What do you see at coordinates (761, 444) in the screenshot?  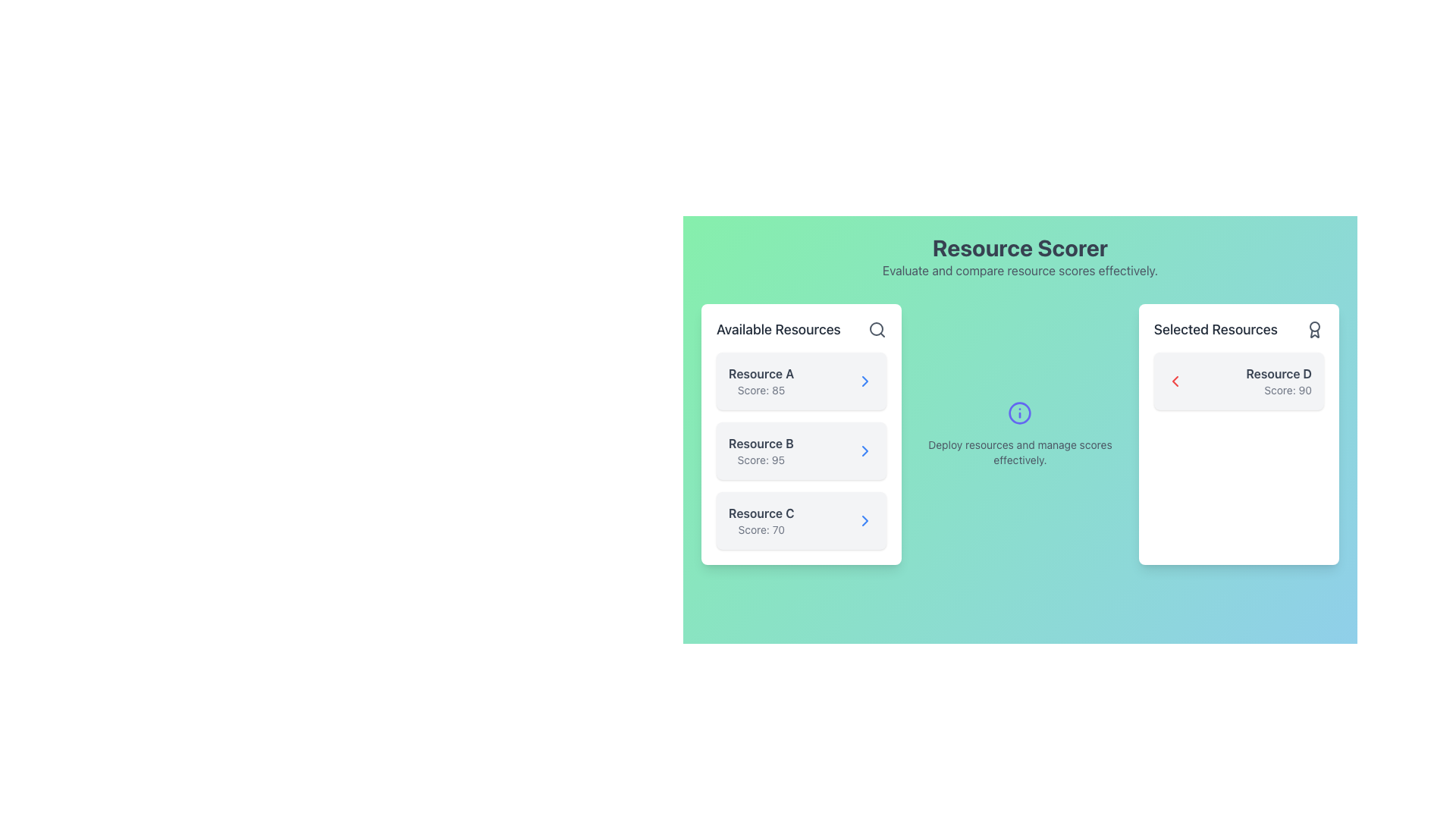 I see `the text label displaying 'Resource B'` at bounding box center [761, 444].